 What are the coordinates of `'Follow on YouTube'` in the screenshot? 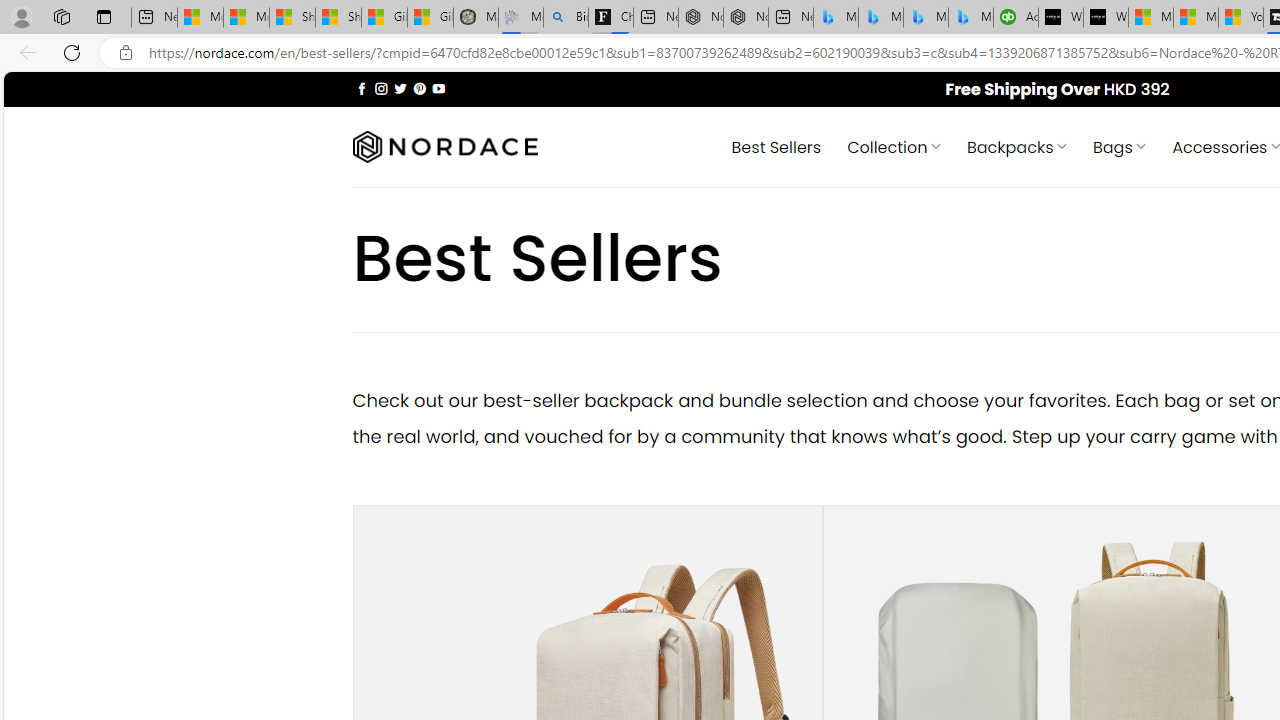 It's located at (438, 87).